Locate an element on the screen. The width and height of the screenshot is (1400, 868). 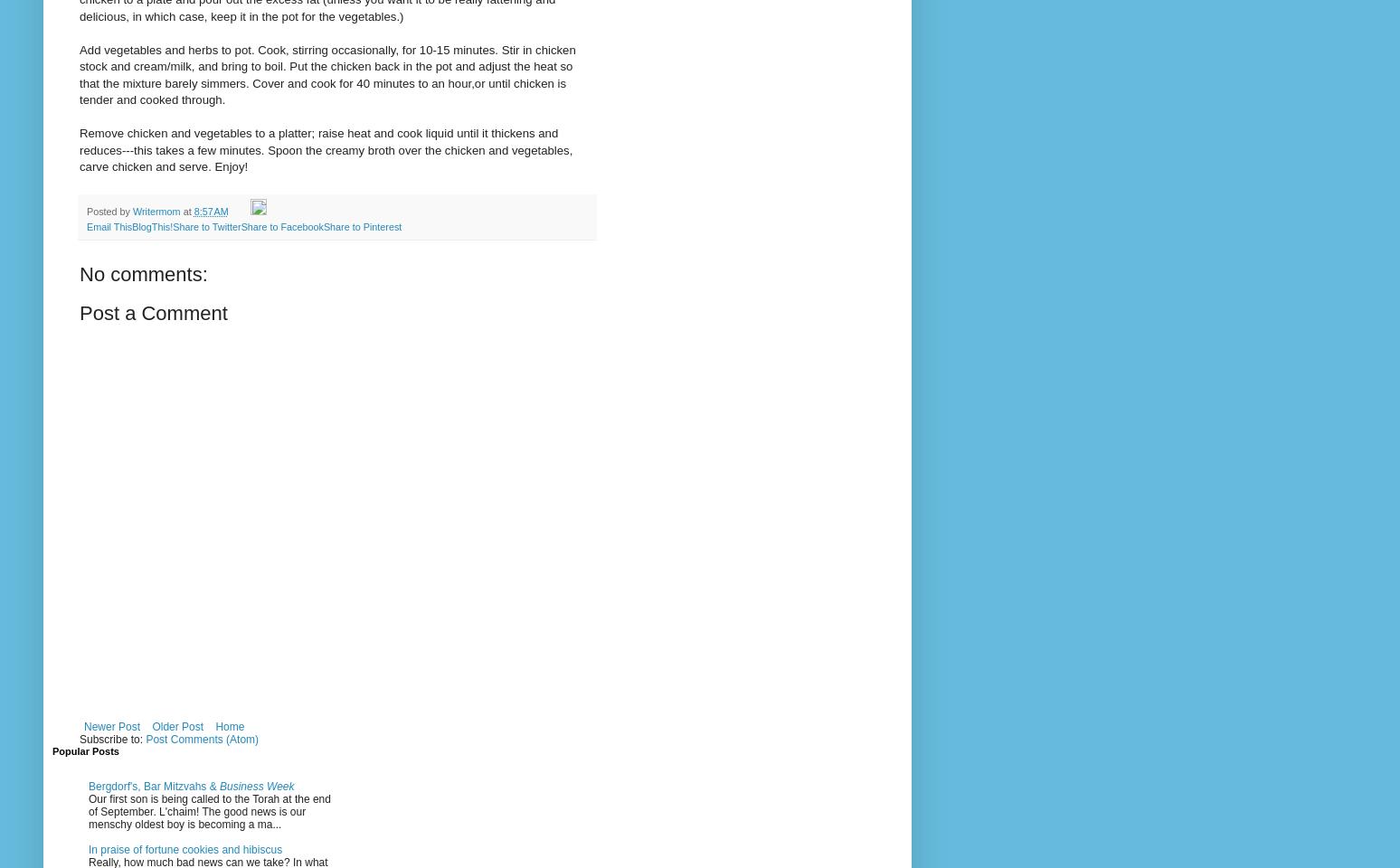
'Email This' is located at coordinates (109, 224).